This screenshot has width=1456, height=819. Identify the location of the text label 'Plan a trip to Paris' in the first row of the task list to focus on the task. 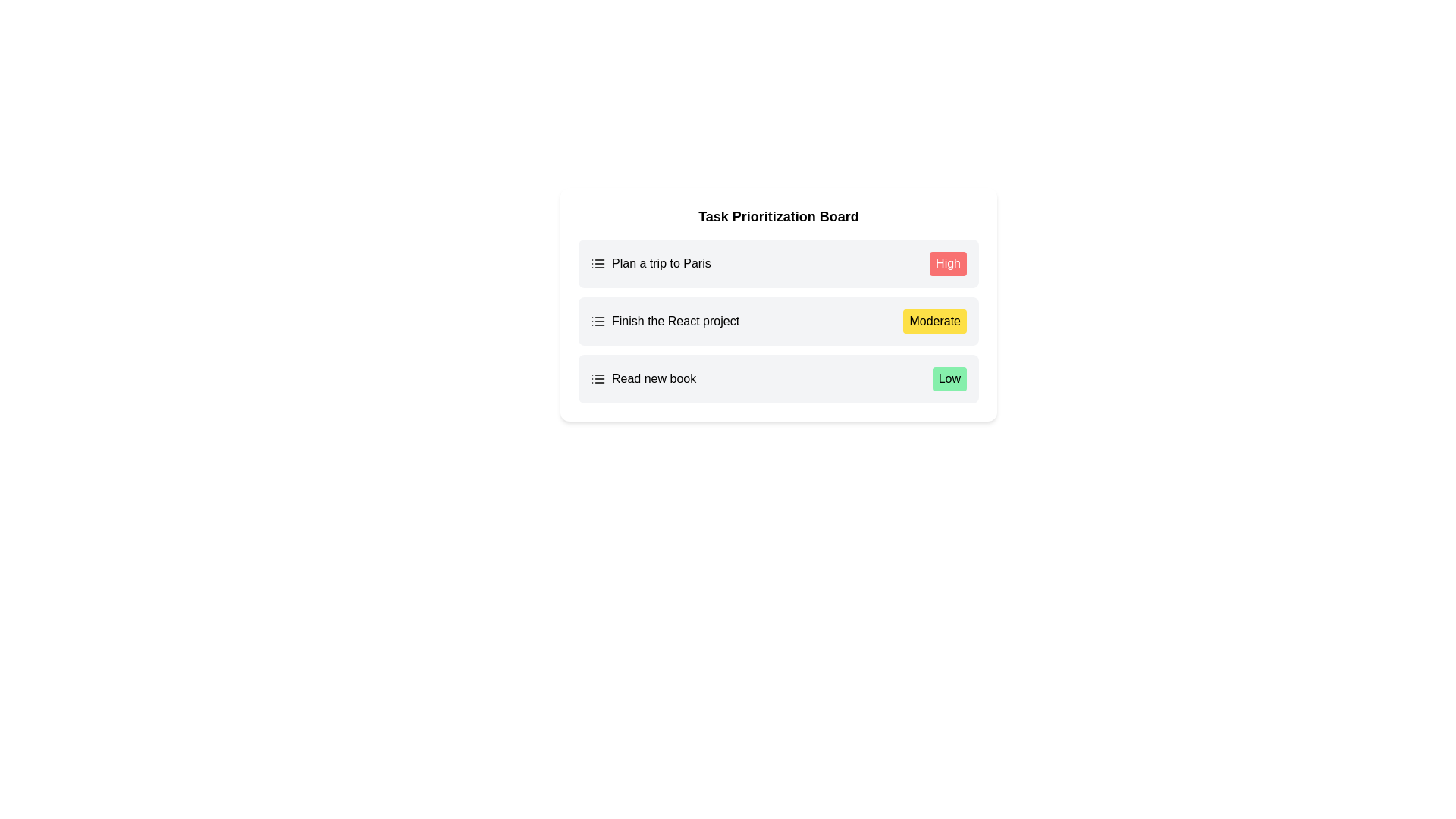
(651, 262).